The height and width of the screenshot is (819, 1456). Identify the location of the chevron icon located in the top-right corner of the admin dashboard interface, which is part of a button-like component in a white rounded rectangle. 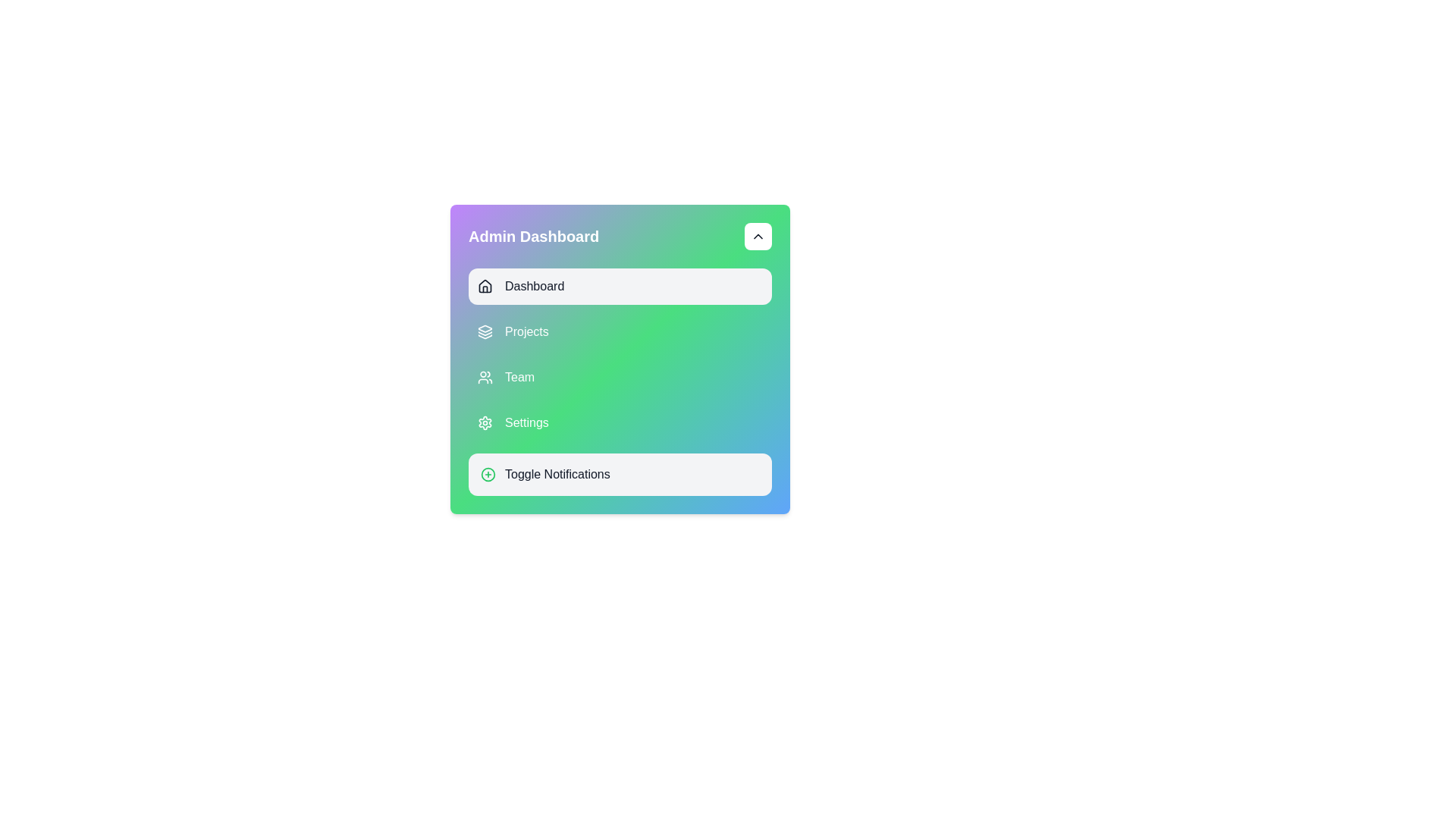
(758, 237).